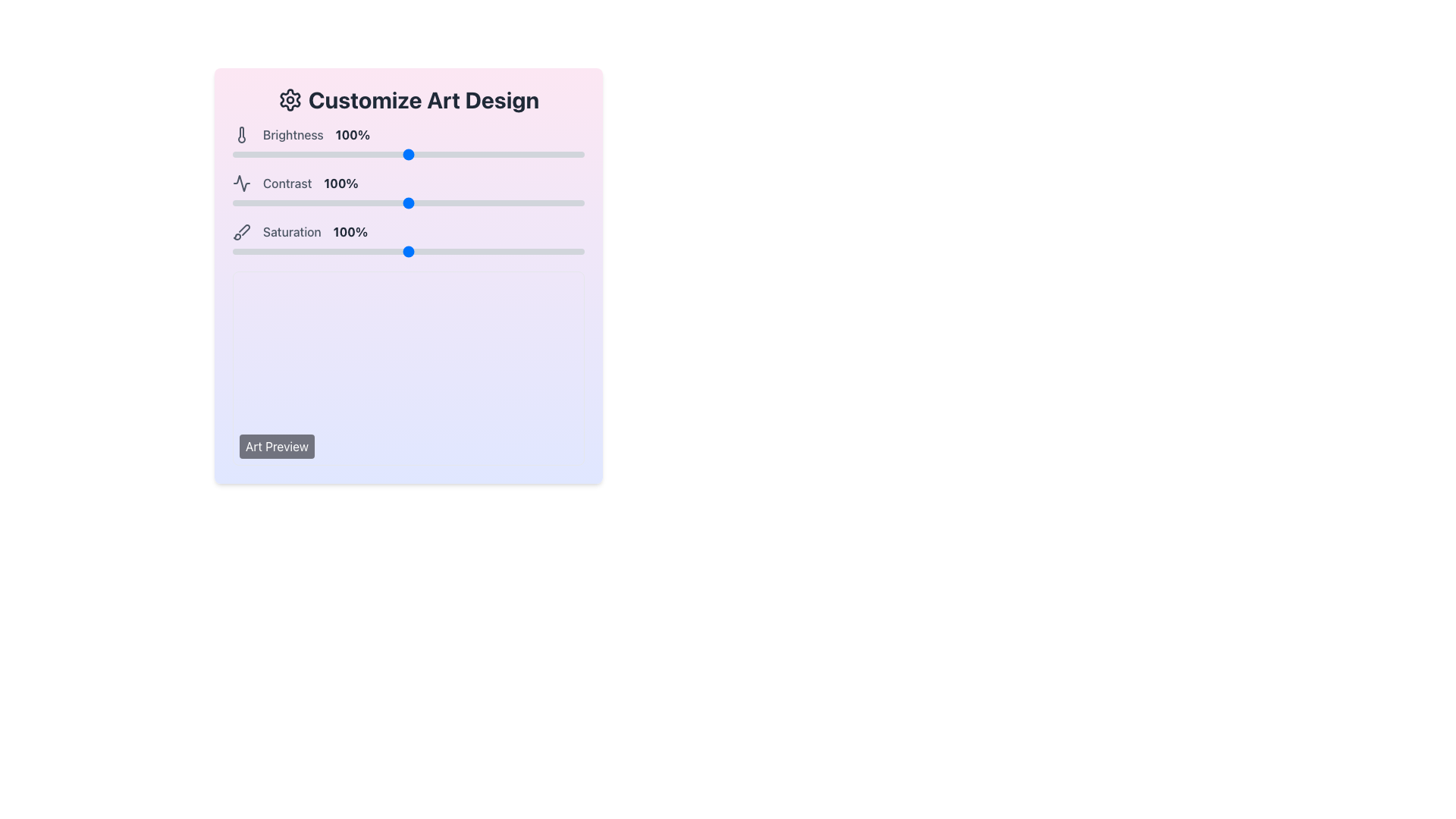 This screenshot has width=1456, height=819. Describe the element at coordinates (240, 133) in the screenshot. I see `the thermometer icon, which is styled with a circular base and vertical stick design, positioned to the far left of the 'Brightness' label in the settings panel` at that location.